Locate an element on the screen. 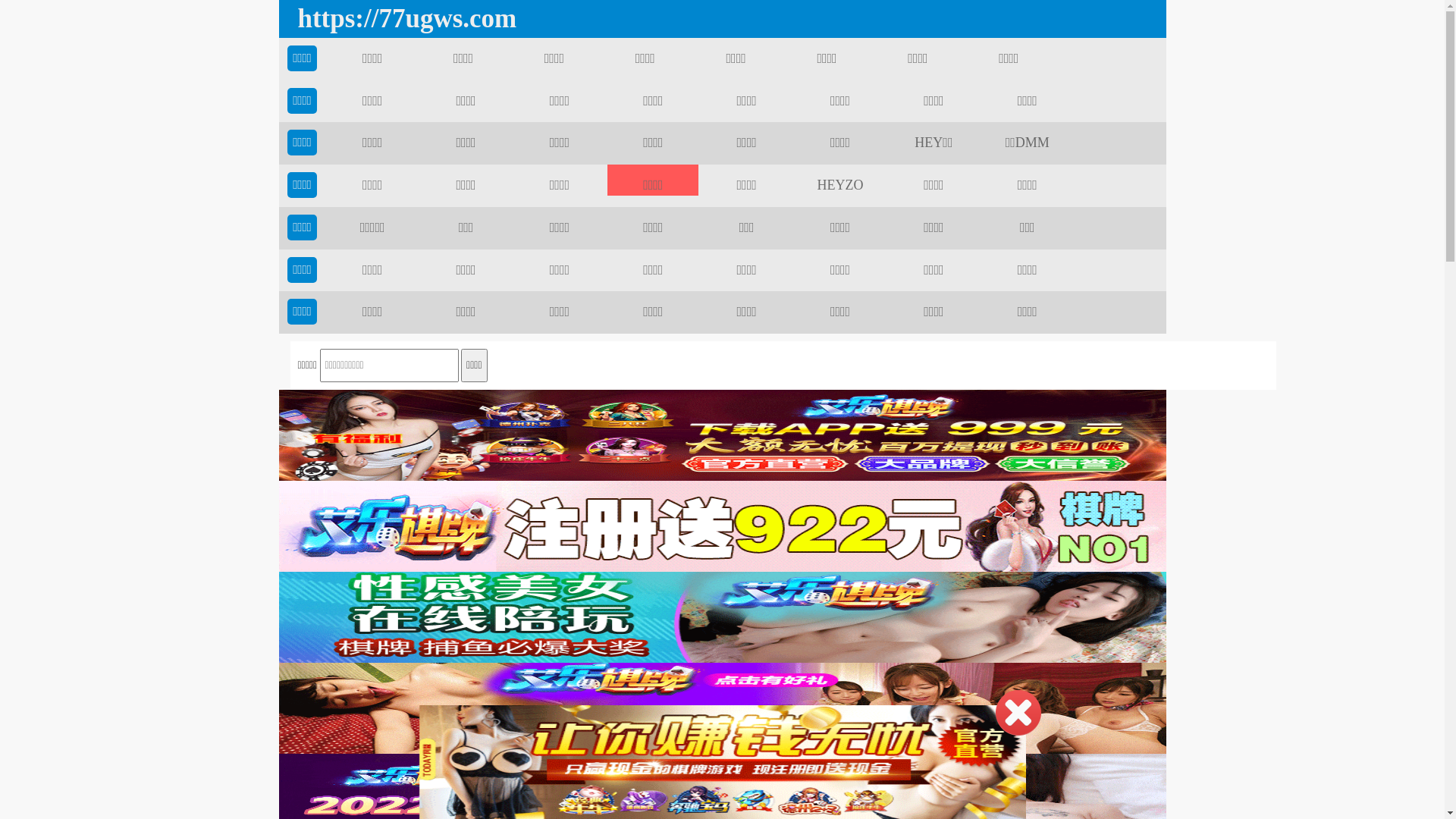 This screenshot has width=1456, height=819. 'https://77ugws.com' is located at coordinates (403, 18).